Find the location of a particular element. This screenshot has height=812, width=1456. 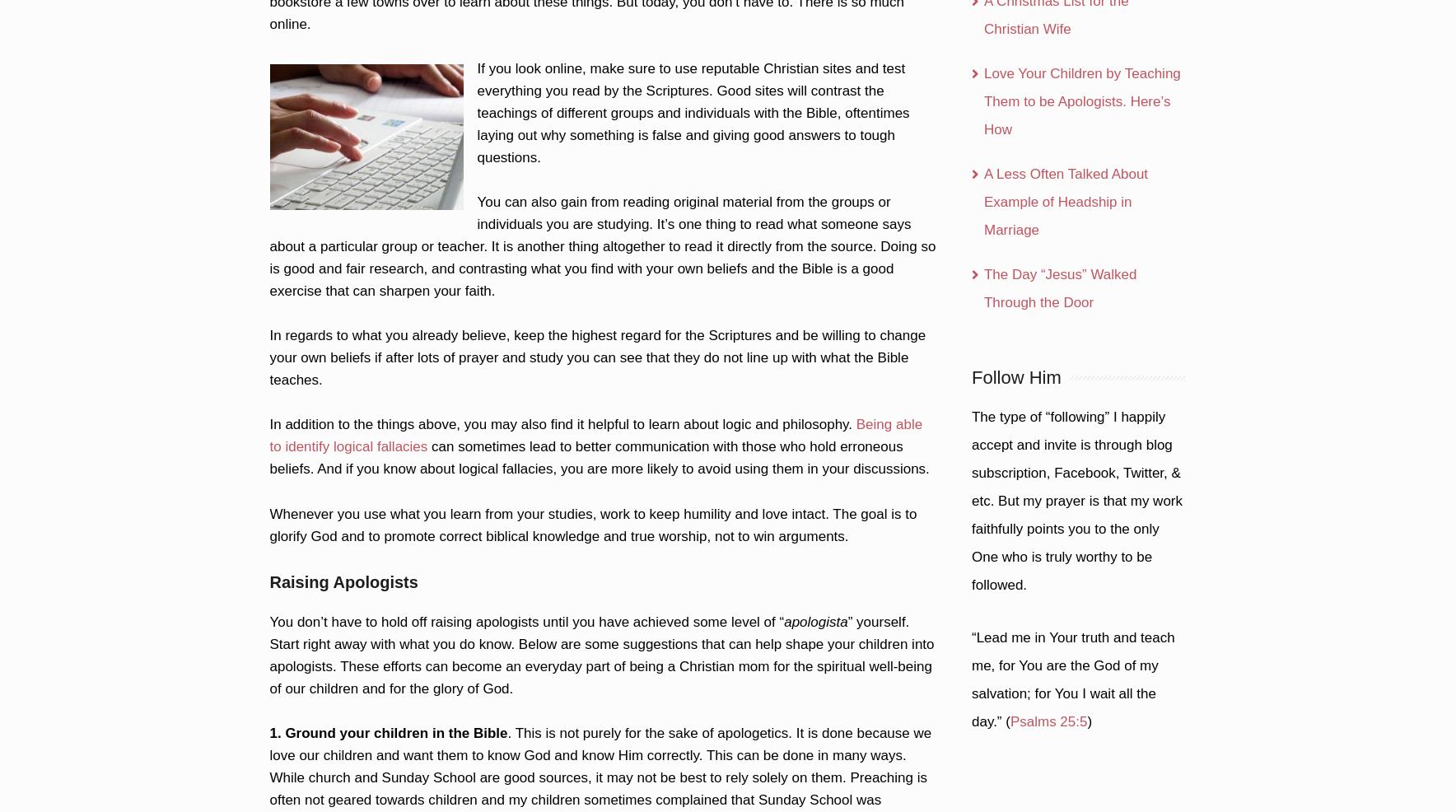

'You can also gain from reading original material from the groups or individuals you are studying. It’s one thing to read what someone says about a particular group or teacher. It is another thing altogether to read it directly from the source. Doing so is good and fair research, and contrasting what you find with your own beliefs and the Bible is a good exercise that can sharpen your faith.' is located at coordinates (602, 246).